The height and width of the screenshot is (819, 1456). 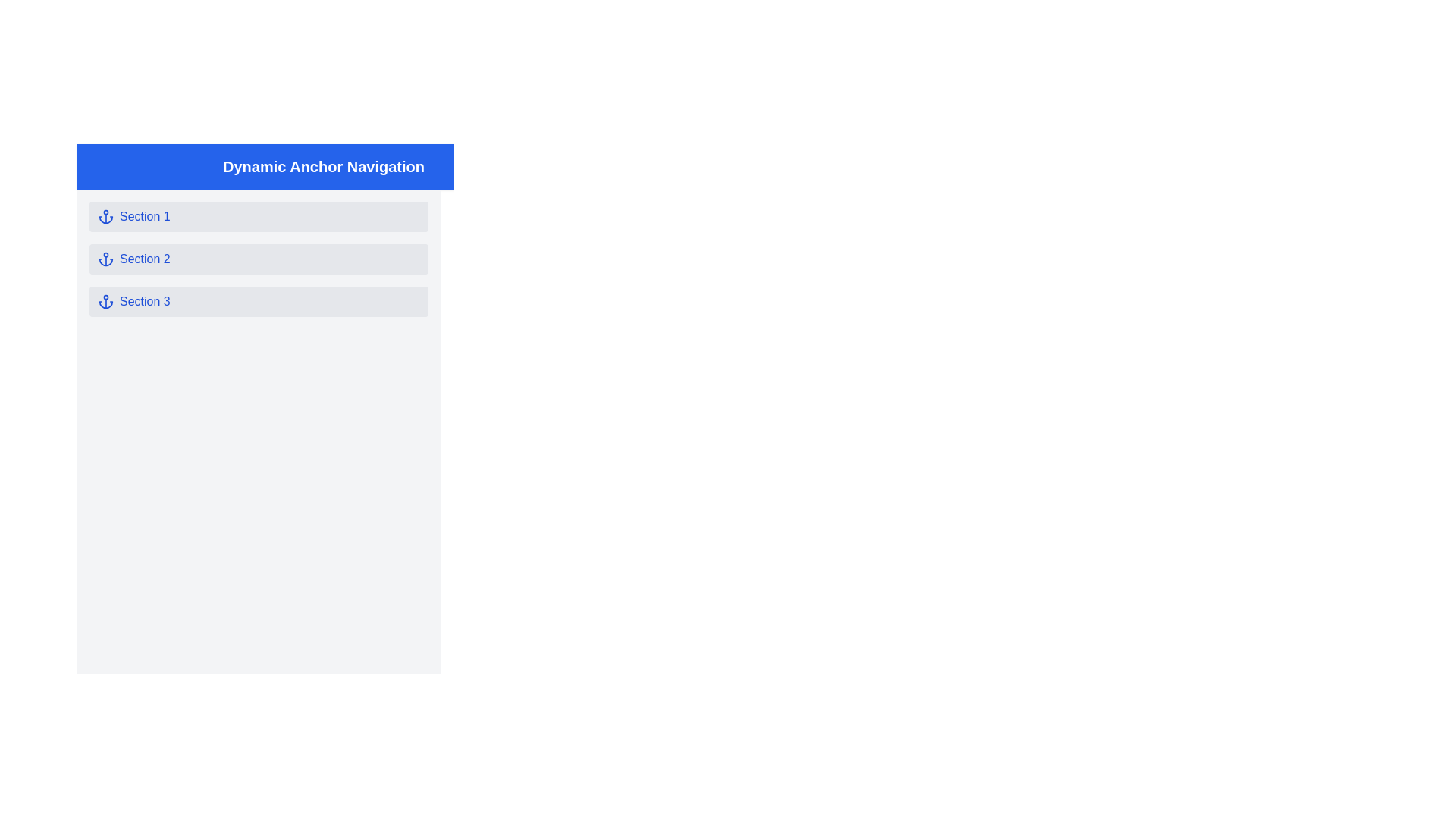 I want to click on the anchor icon in the navigation menu, so click(x=105, y=216).